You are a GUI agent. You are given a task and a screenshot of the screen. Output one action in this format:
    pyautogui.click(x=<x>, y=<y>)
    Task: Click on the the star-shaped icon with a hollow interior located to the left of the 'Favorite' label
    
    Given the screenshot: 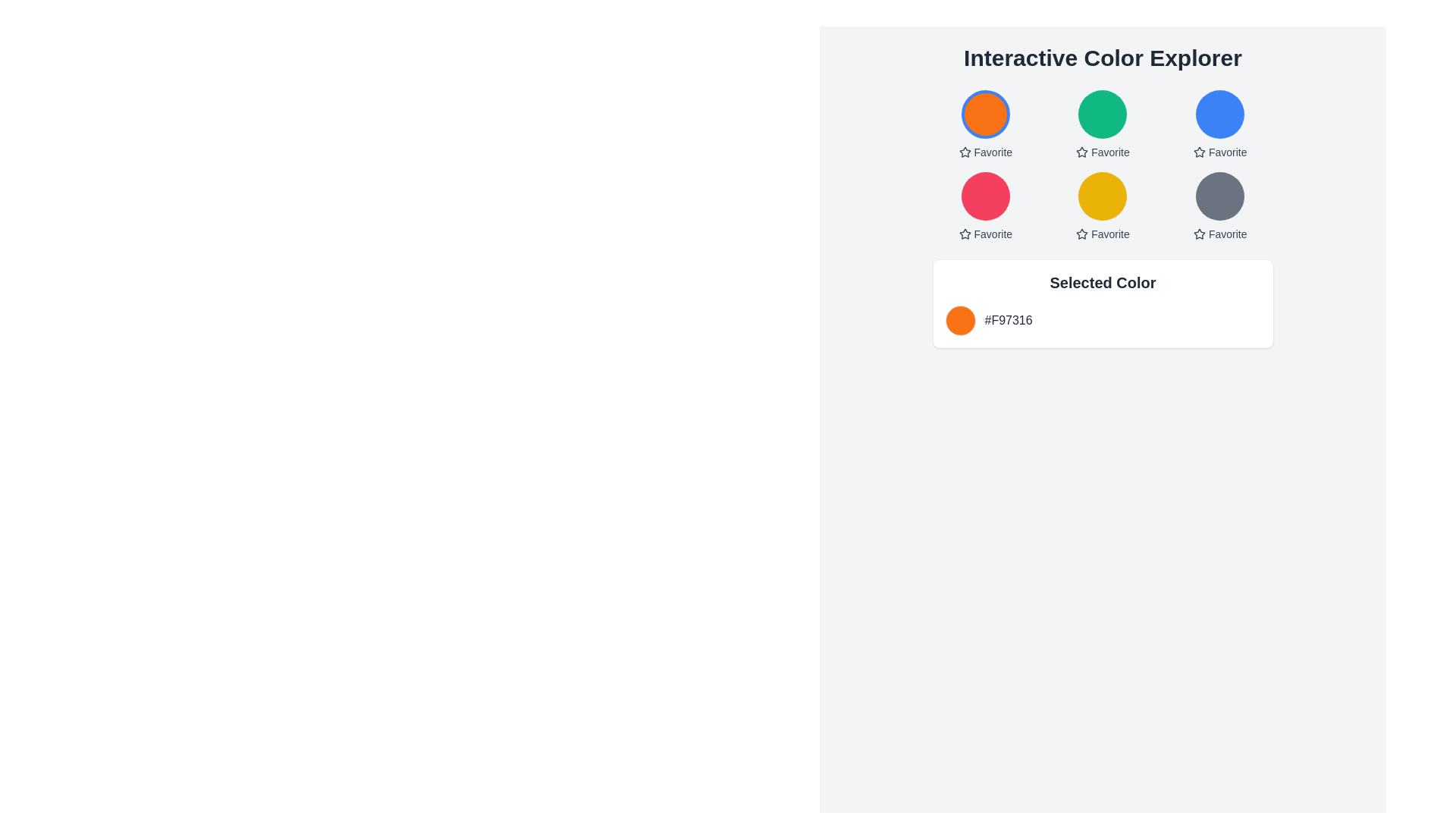 What is the action you would take?
    pyautogui.click(x=1081, y=234)
    